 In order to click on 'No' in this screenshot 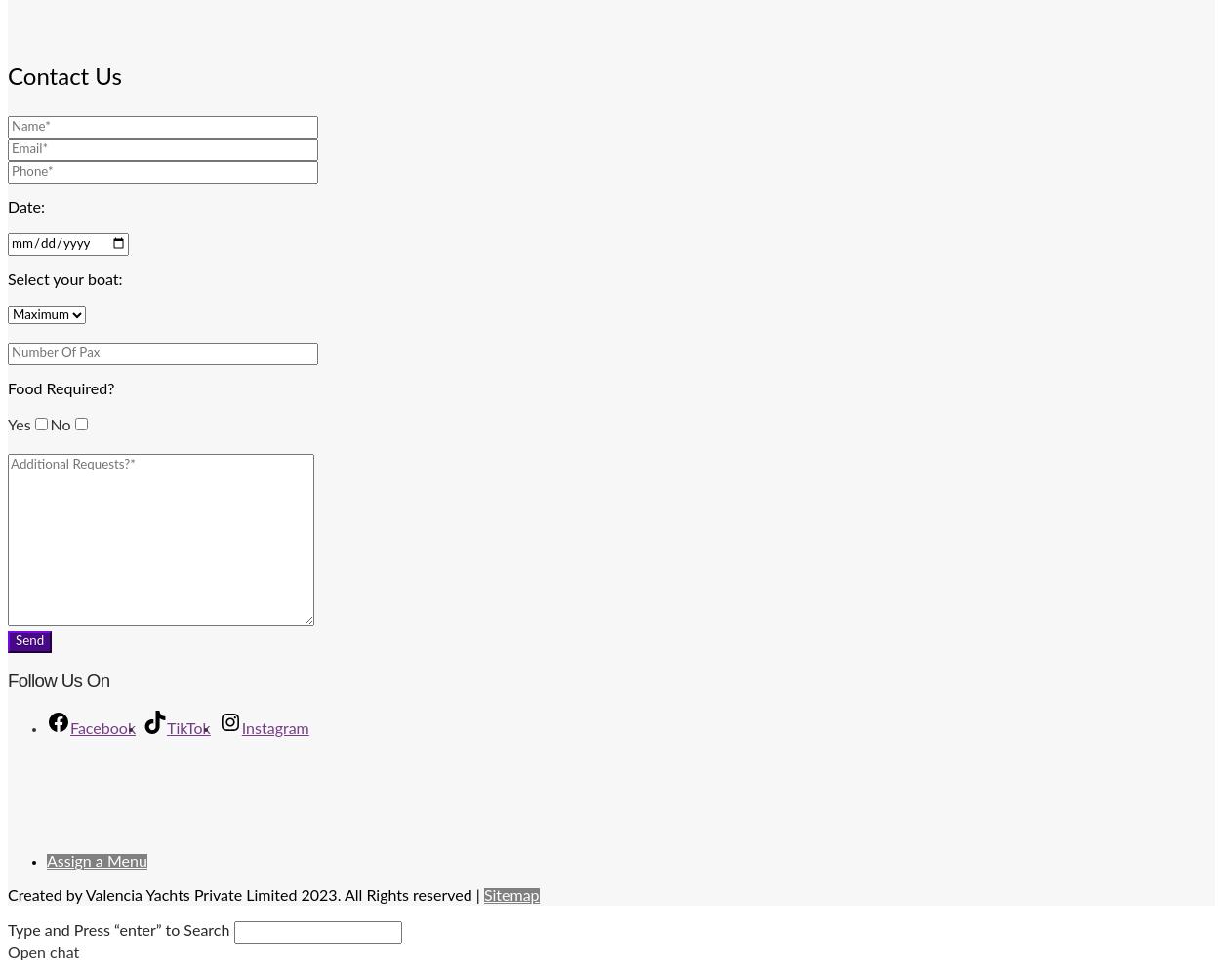, I will do `click(60, 424)`.